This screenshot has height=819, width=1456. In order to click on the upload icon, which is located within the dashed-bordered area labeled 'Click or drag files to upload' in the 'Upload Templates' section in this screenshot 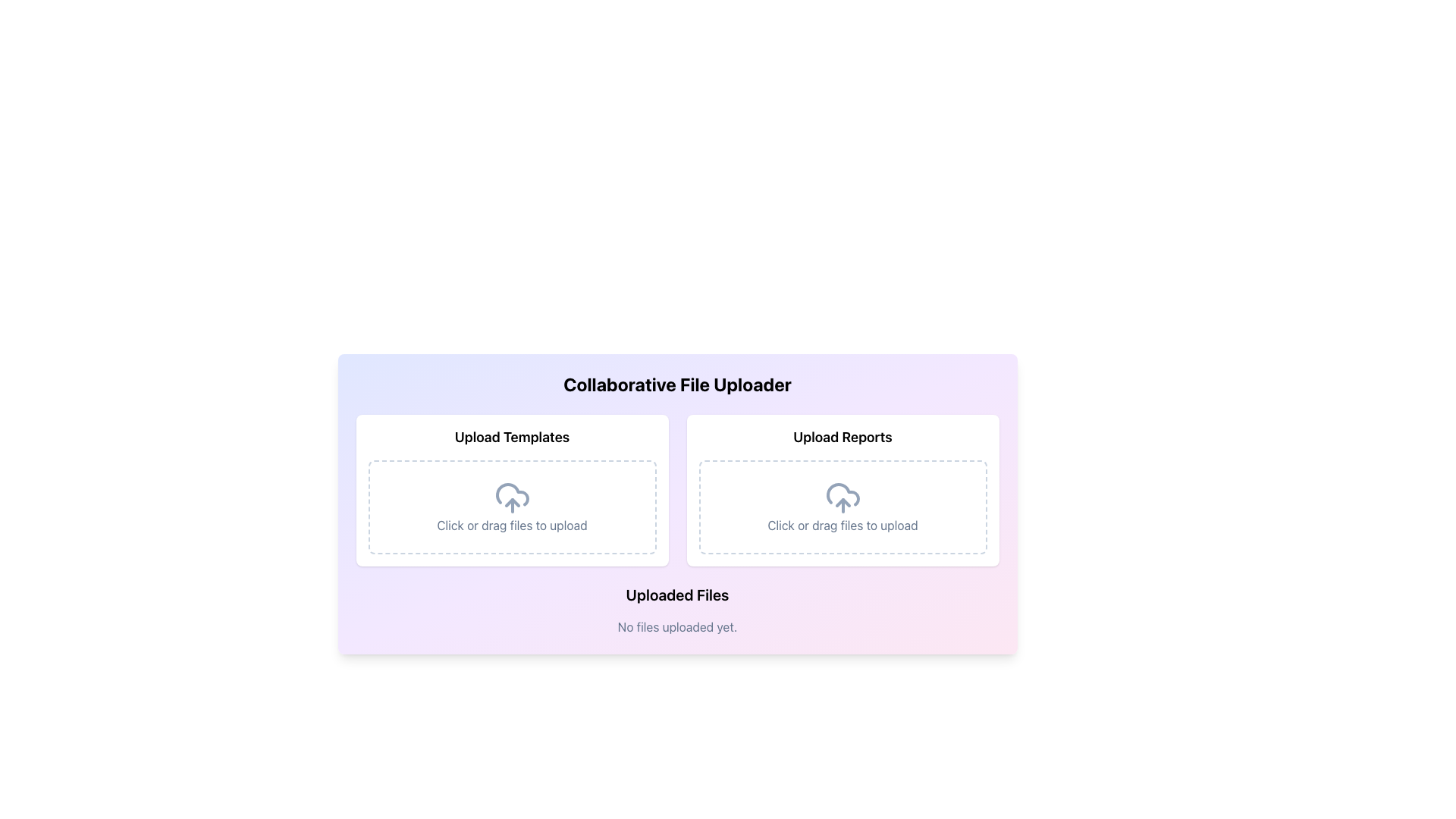, I will do `click(512, 497)`.